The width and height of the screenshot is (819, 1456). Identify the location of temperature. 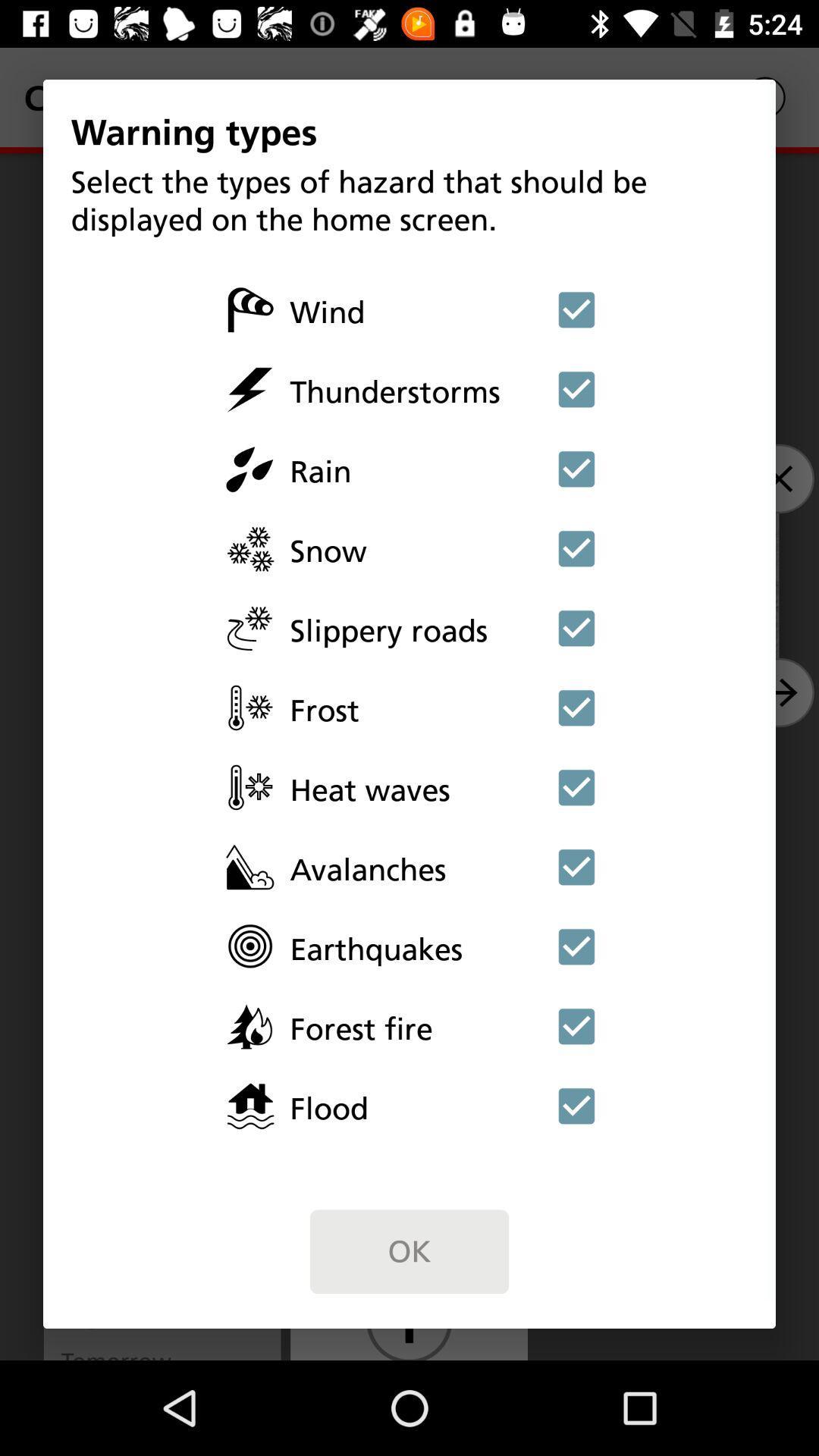
(576, 787).